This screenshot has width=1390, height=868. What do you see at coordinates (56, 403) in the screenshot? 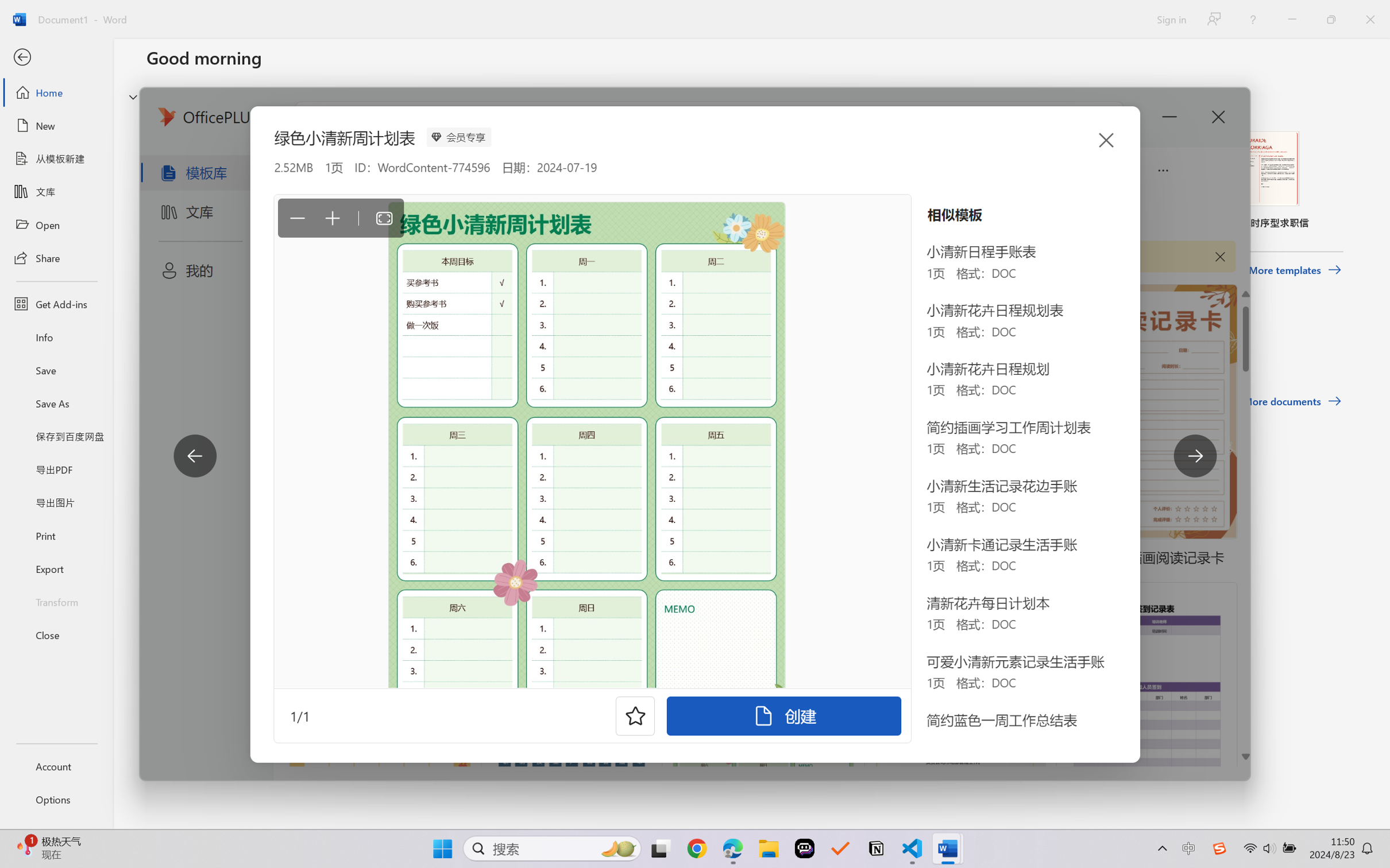
I see `'Save As'` at bounding box center [56, 403].